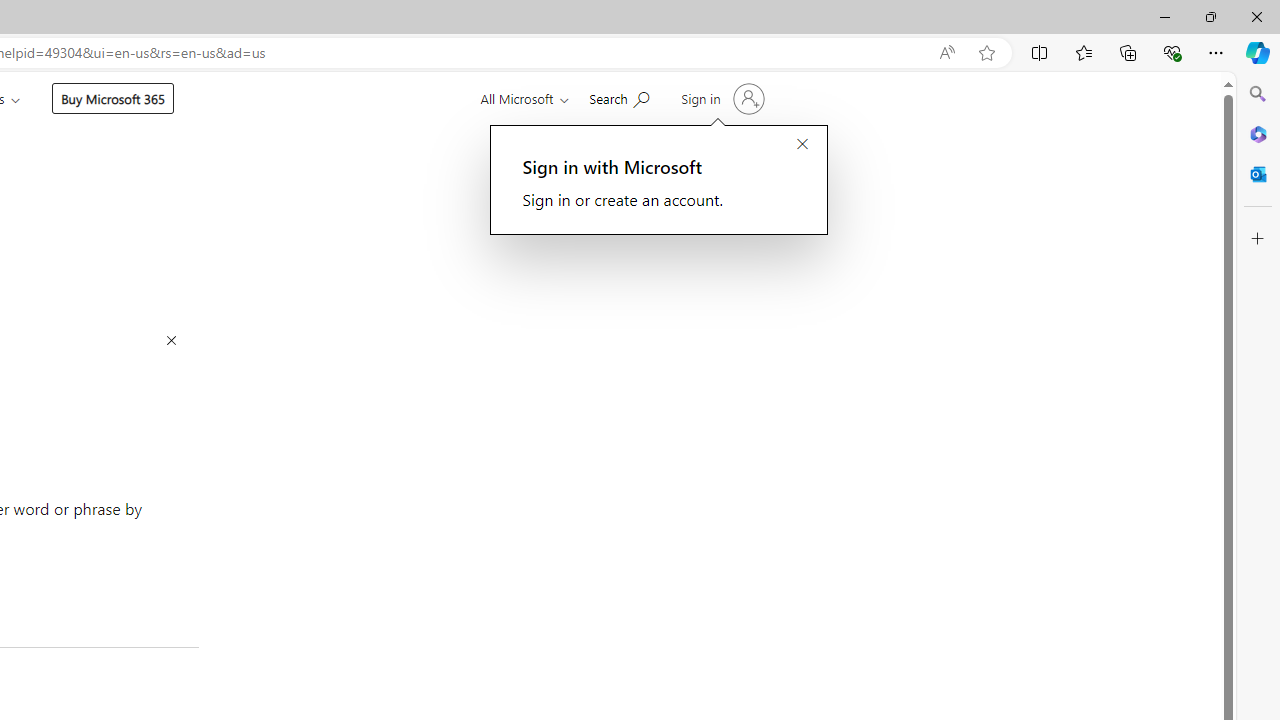 The image size is (1280, 720). Describe the element at coordinates (1040, 51) in the screenshot. I see `'Split screen'` at that location.